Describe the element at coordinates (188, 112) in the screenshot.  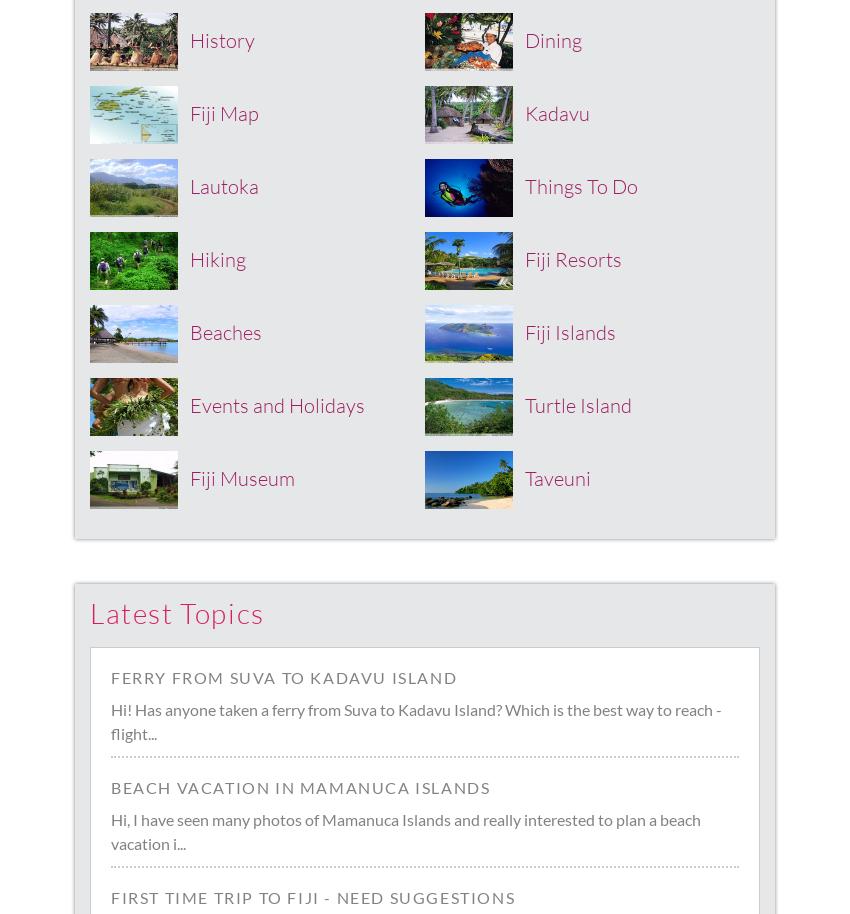
I see `'Fiji Map'` at that location.